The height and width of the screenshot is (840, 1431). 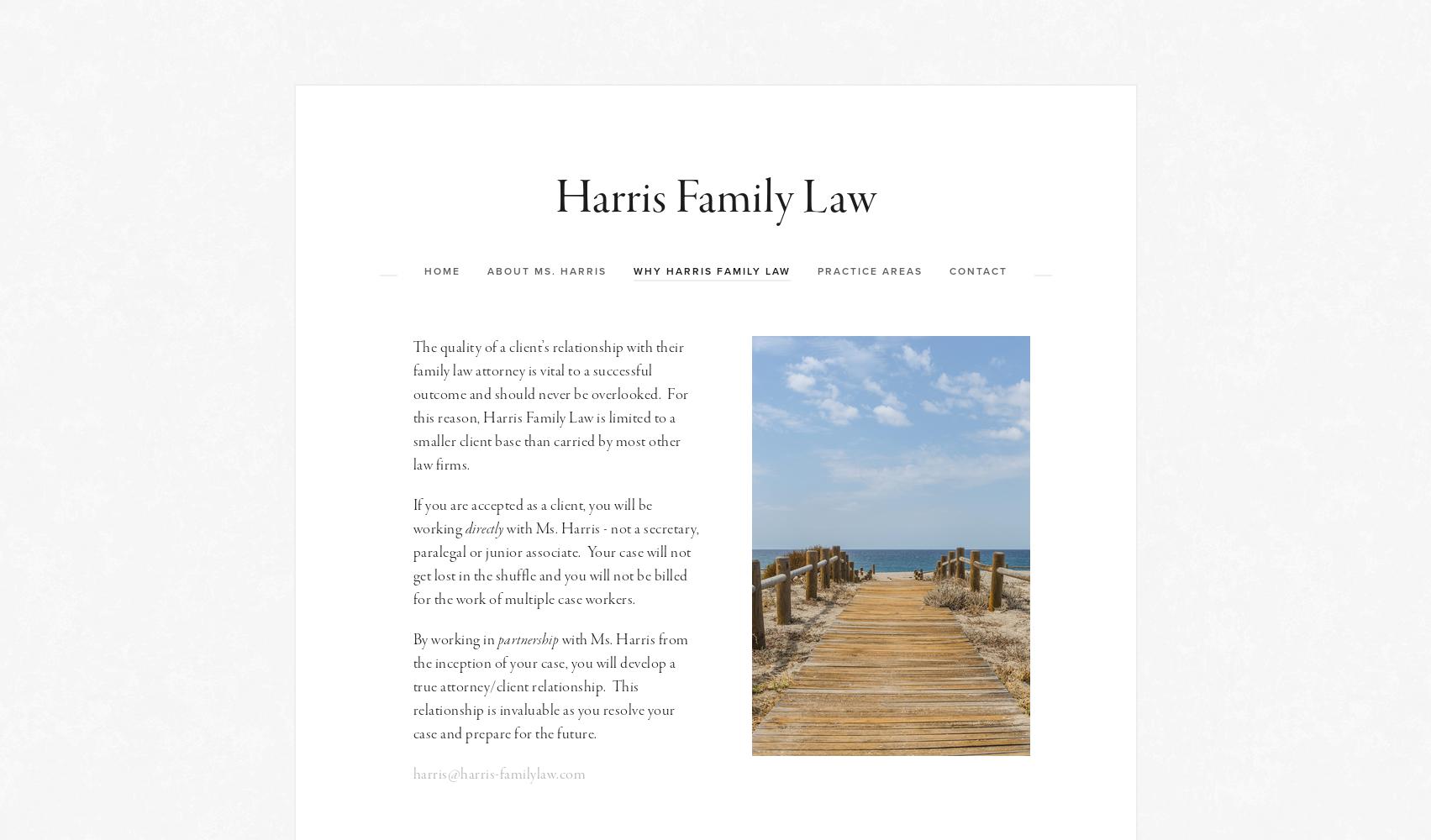 I want to click on 'The quality of a client’s relationship with their family law attorney is vital to a successful outcome and should never be overlooked.  For this reason, Harris Family Law is limited to a smaller client base than carried by most other law firms.', so click(x=412, y=405).